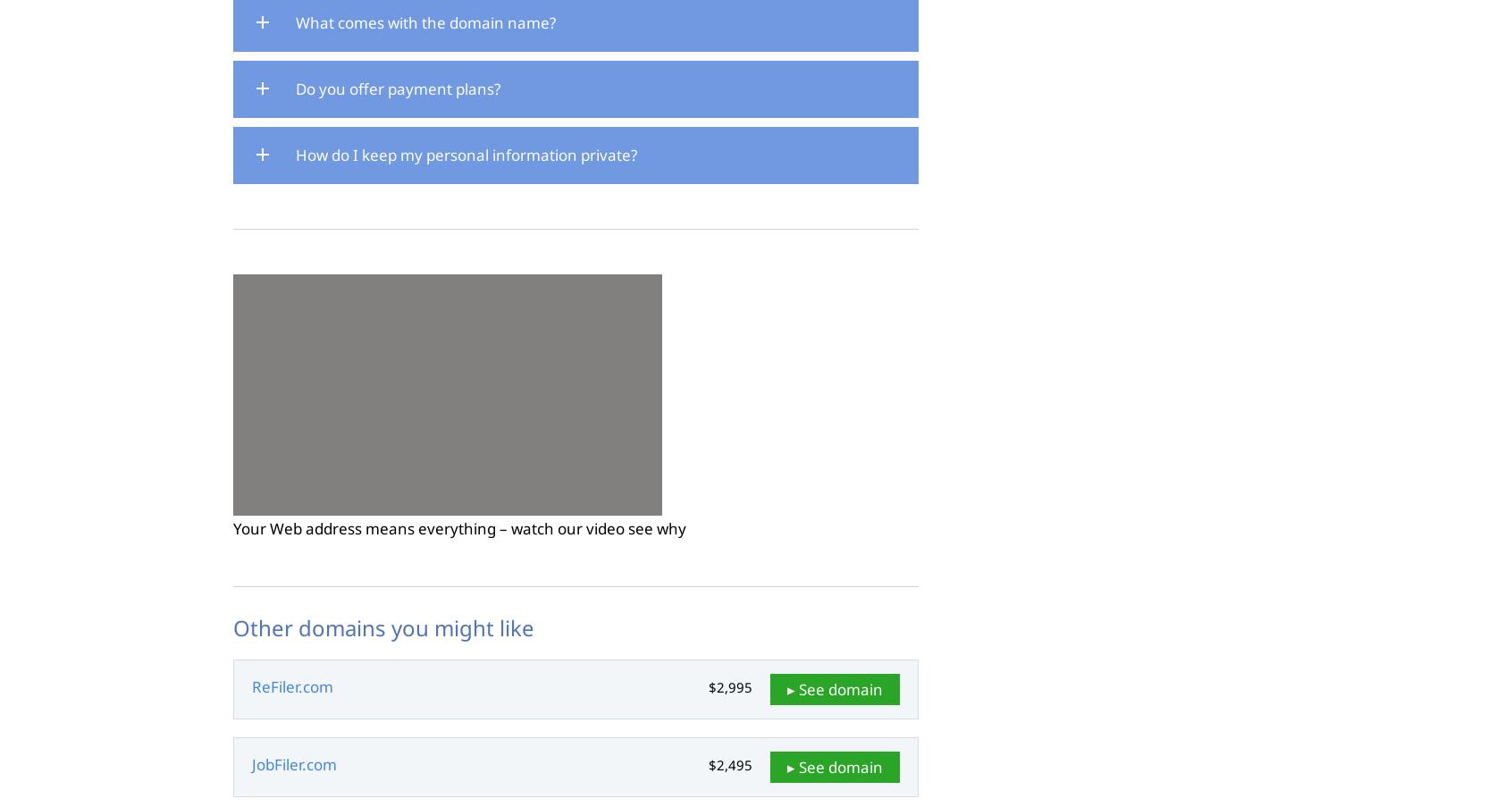 This screenshot has height=807, width=1512. Describe the element at coordinates (709, 765) in the screenshot. I see `'$2,495'` at that location.